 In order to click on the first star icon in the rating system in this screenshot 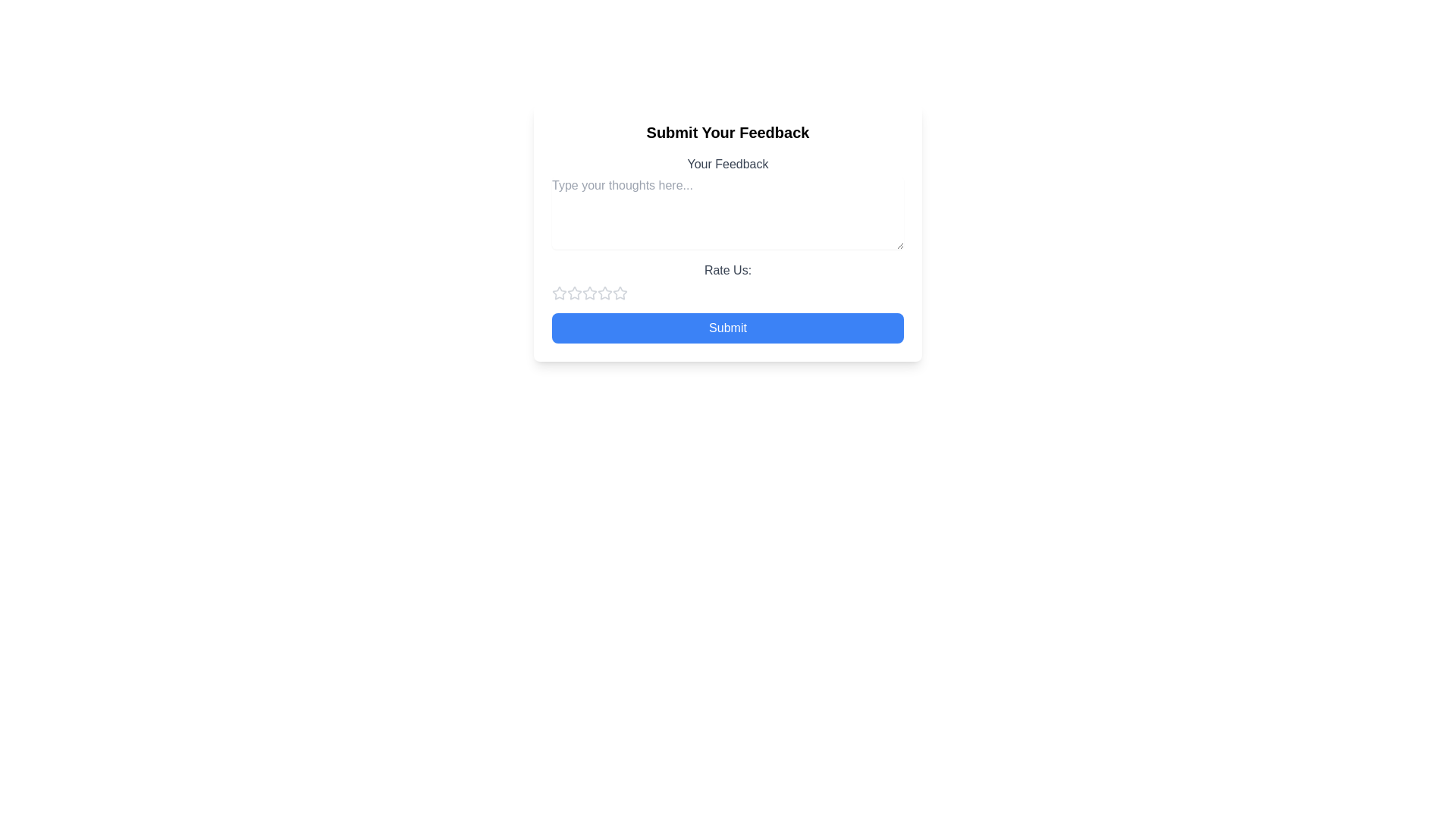, I will do `click(559, 293)`.